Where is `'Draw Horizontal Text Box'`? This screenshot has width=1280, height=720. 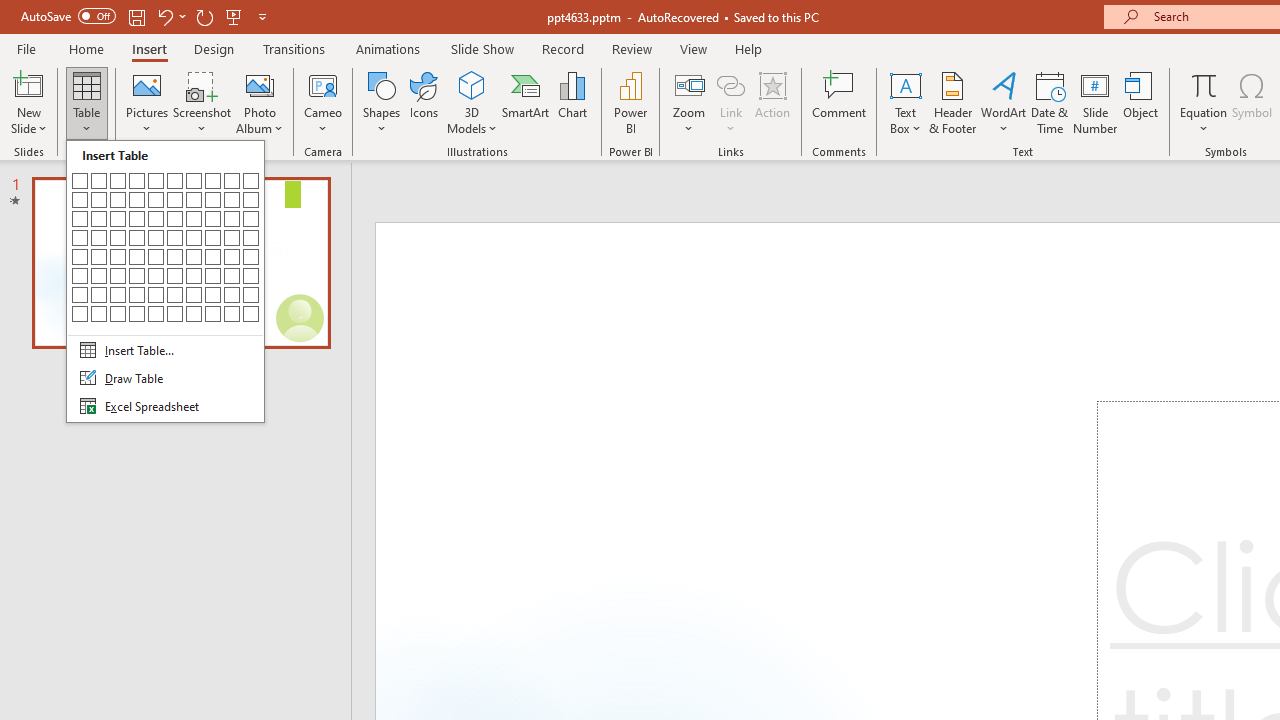
'Draw Horizontal Text Box' is located at coordinates (904, 84).